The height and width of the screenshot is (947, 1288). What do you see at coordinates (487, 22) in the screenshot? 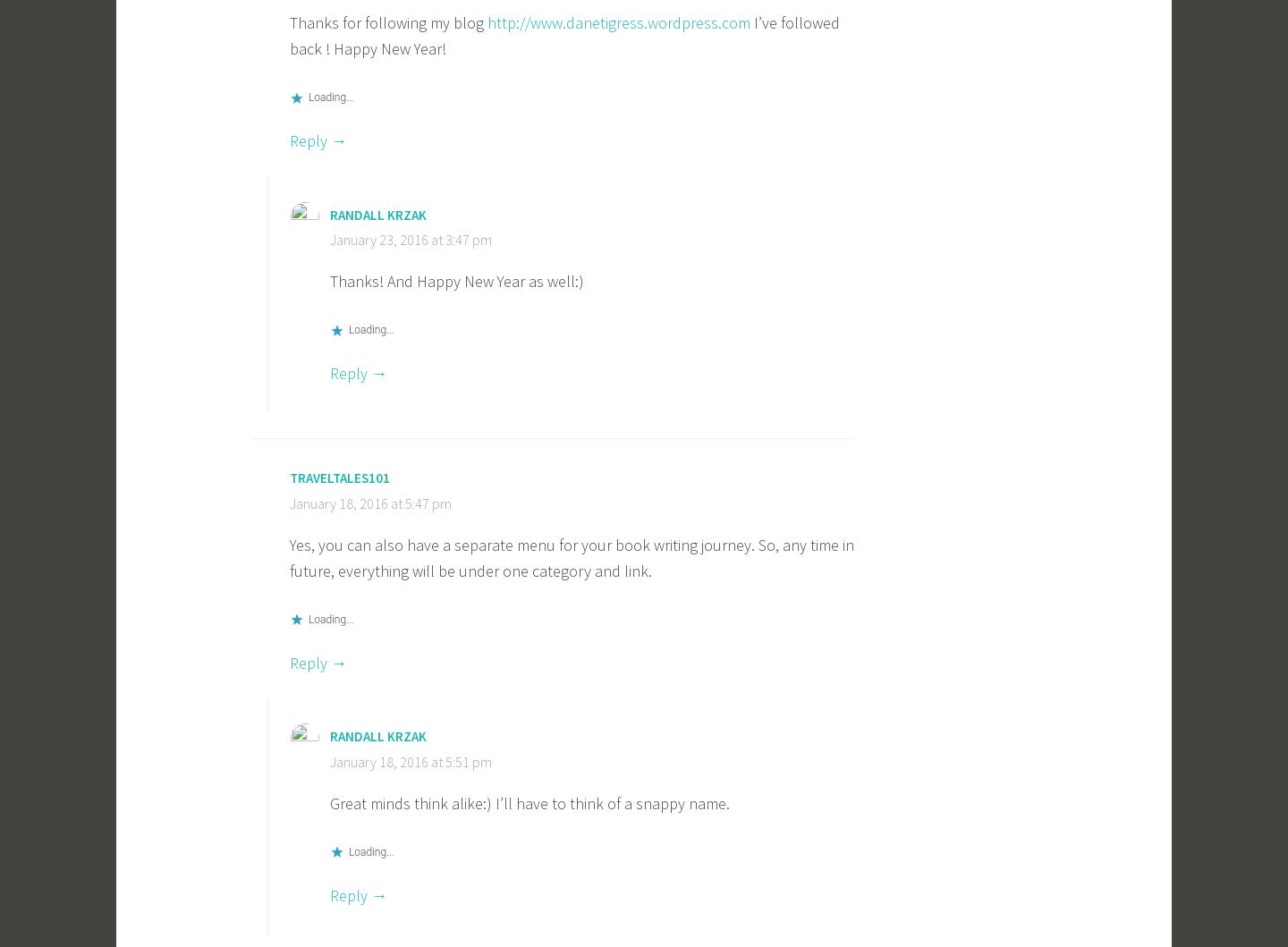
I see `'http://www.danetigress.wordpress.com'` at bounding box center [487, 22].